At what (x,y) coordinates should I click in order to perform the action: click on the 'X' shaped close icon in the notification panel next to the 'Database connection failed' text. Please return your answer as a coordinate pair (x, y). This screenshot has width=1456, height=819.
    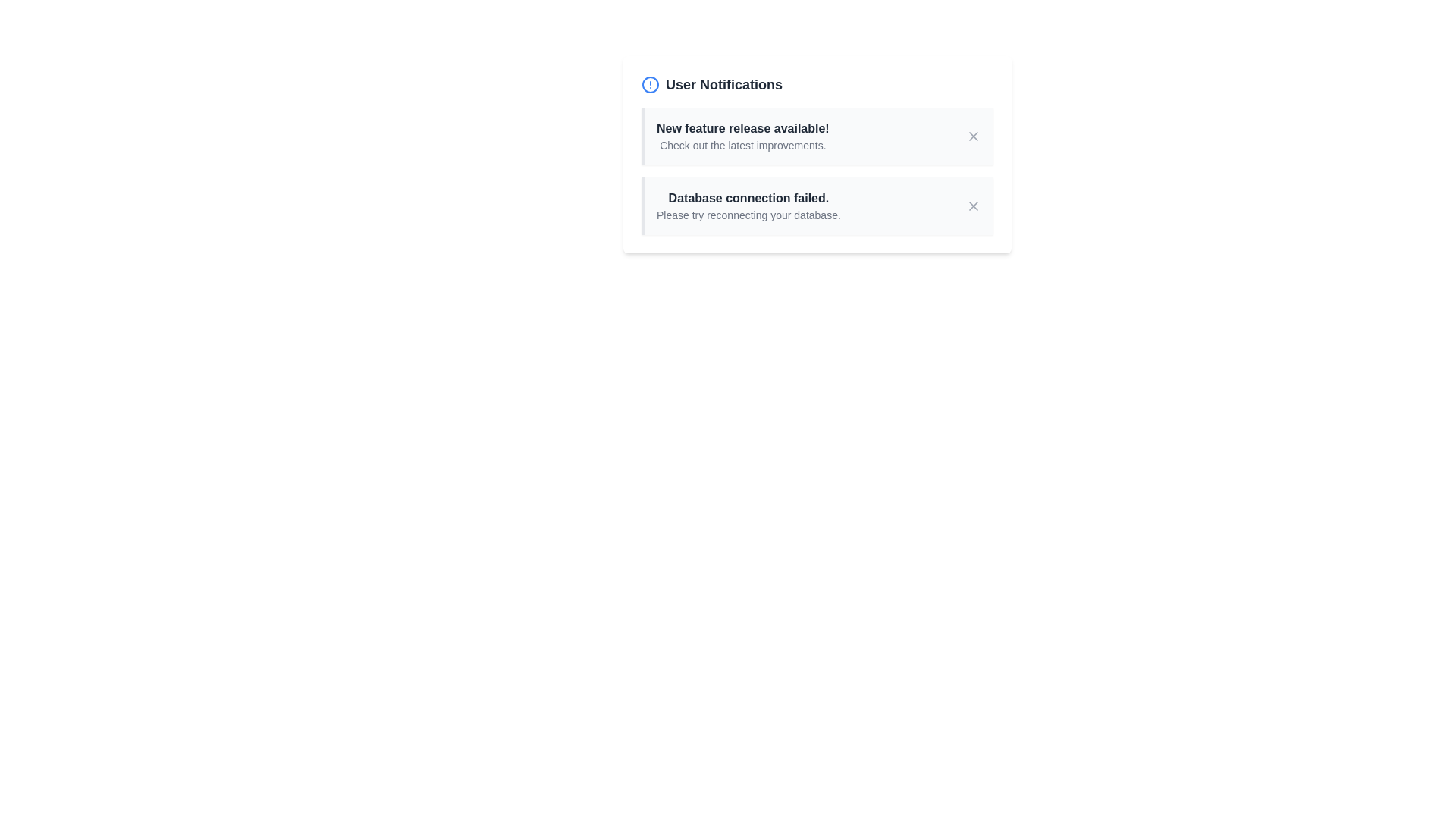
    Looking at the image, I should click on (973, 206).